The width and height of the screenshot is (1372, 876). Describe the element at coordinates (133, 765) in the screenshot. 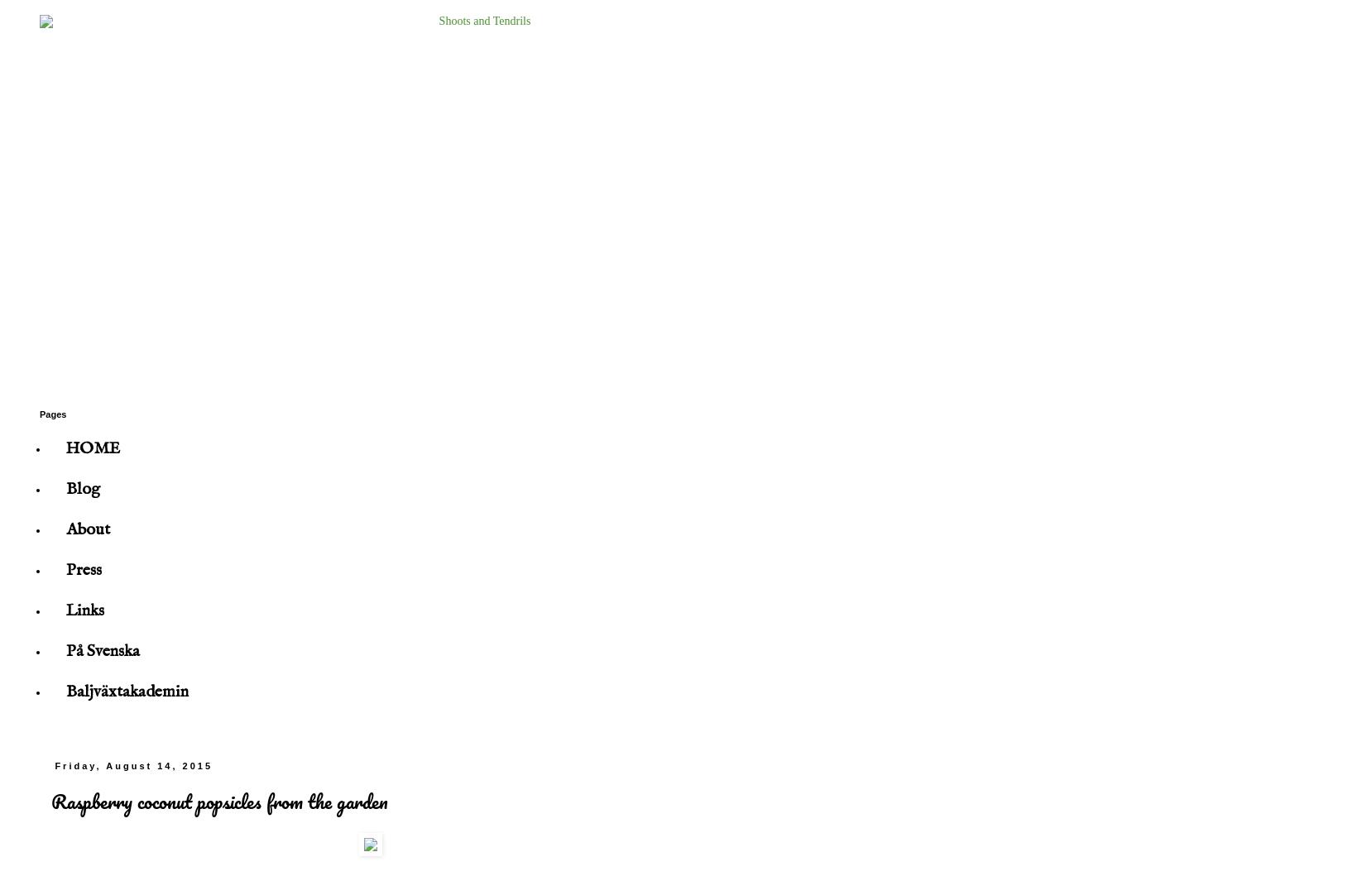

I see `'Friday, August 14, 2015'` at that location.